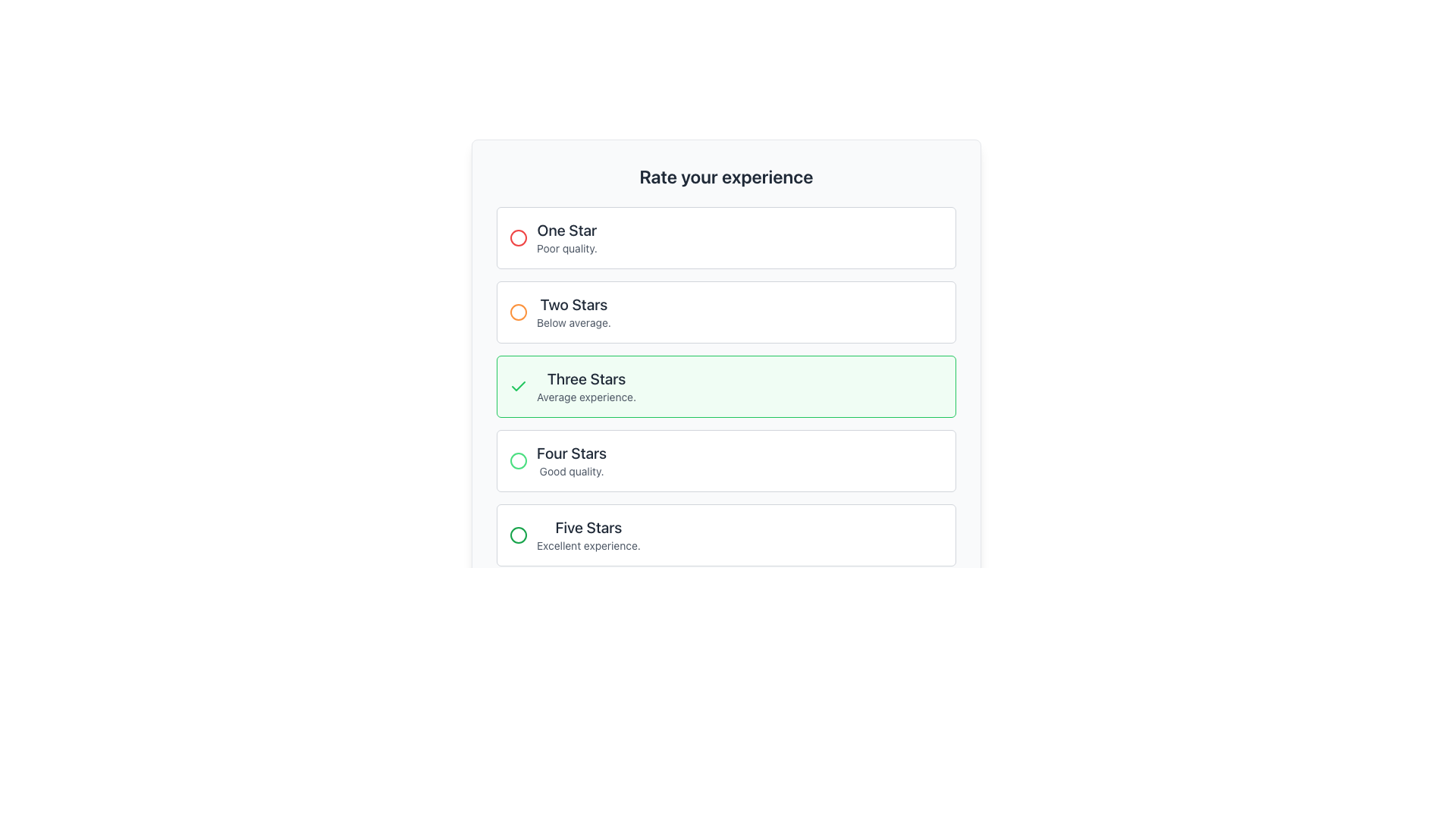 This screenshot has height=819, width=1456. Describe the element at coordinates (519, 237) in the screenshot. I see `the red circular icon with a thin stroke border located to the left of the 'One Star' rating option` at that location.